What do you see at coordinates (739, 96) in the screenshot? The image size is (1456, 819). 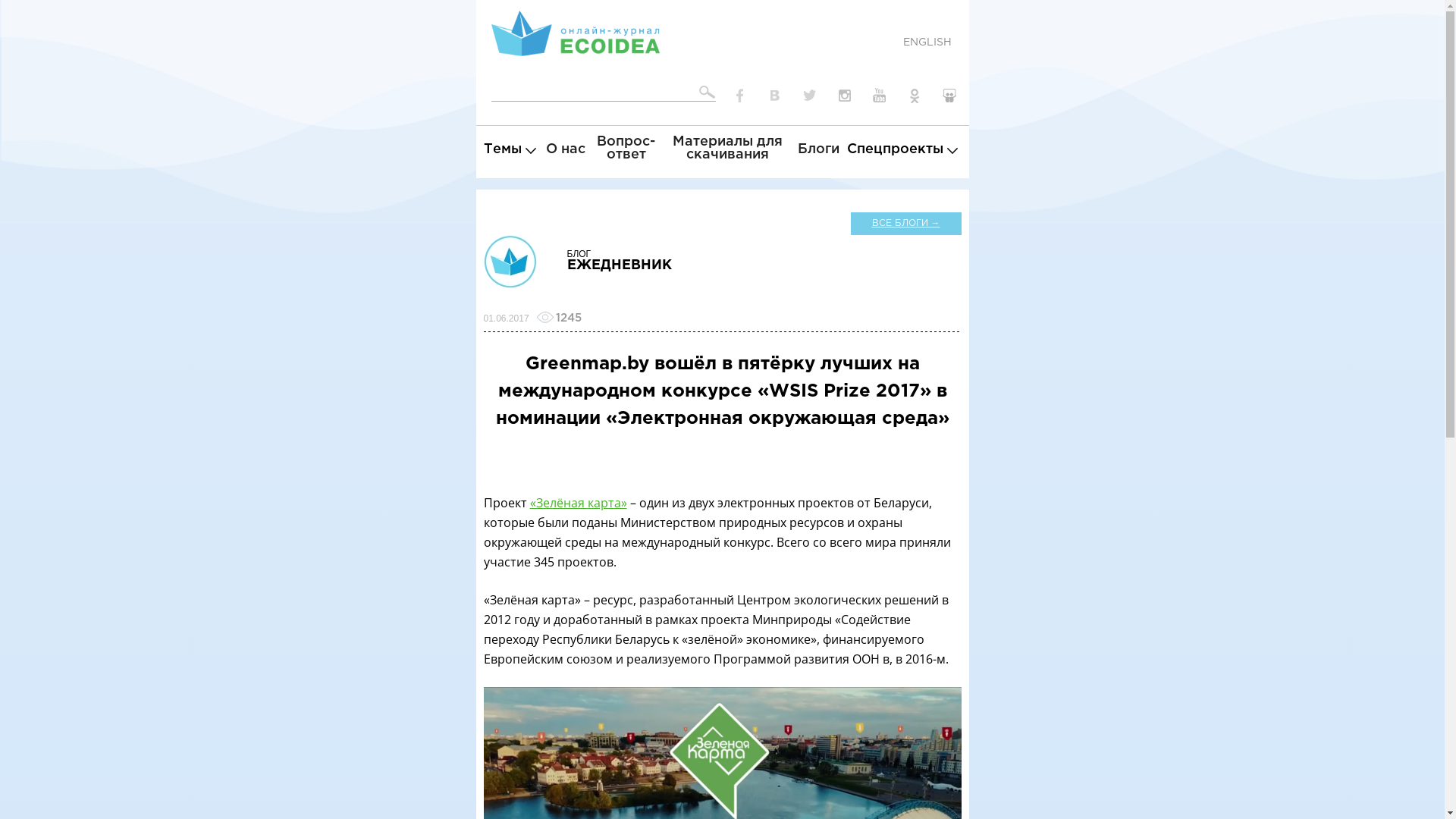 I see `'Facebook'` at bounding box center [739, 96].